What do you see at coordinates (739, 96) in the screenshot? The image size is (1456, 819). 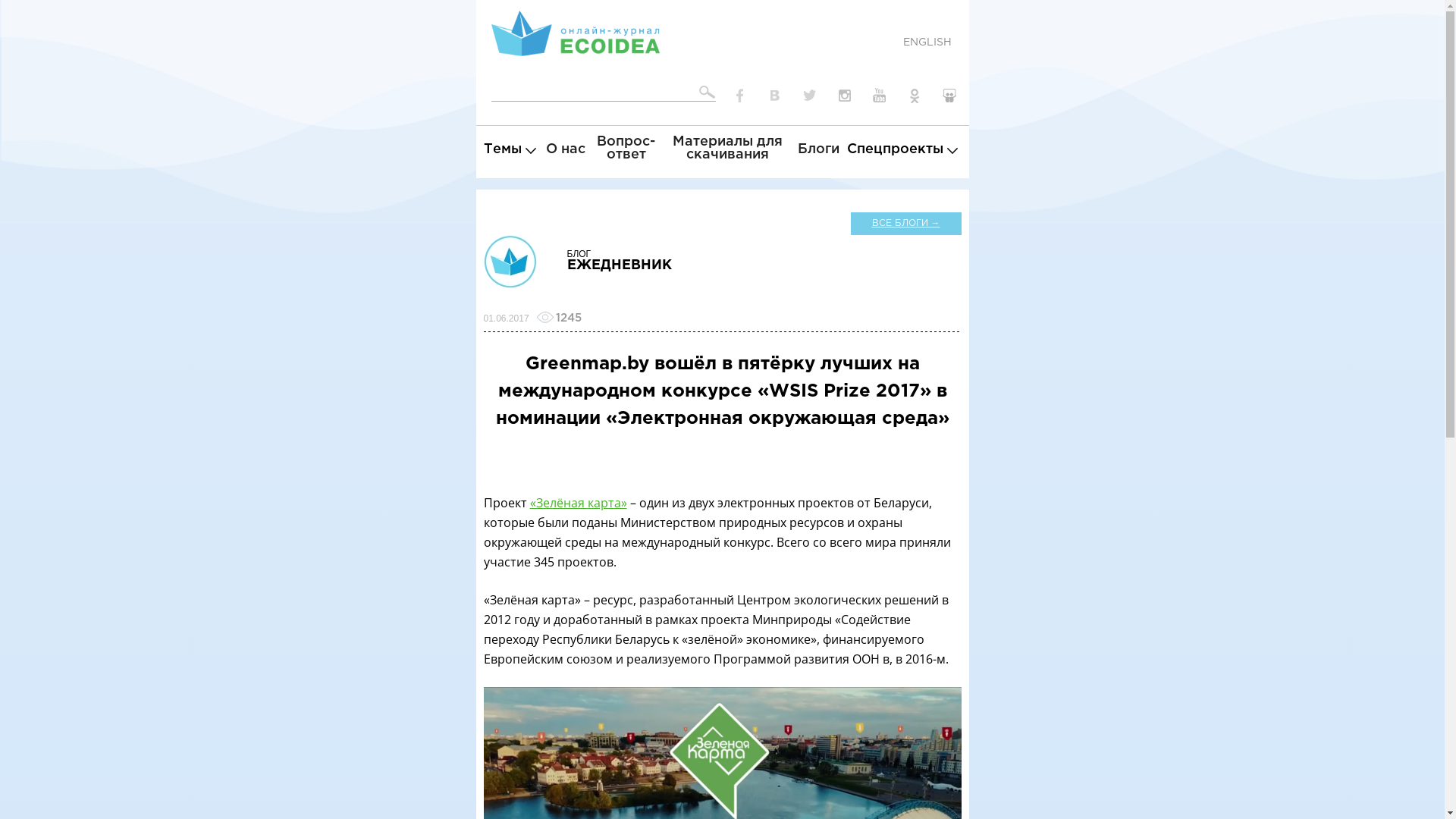 I see `'Facebook'` at bounding box center [739, 96].